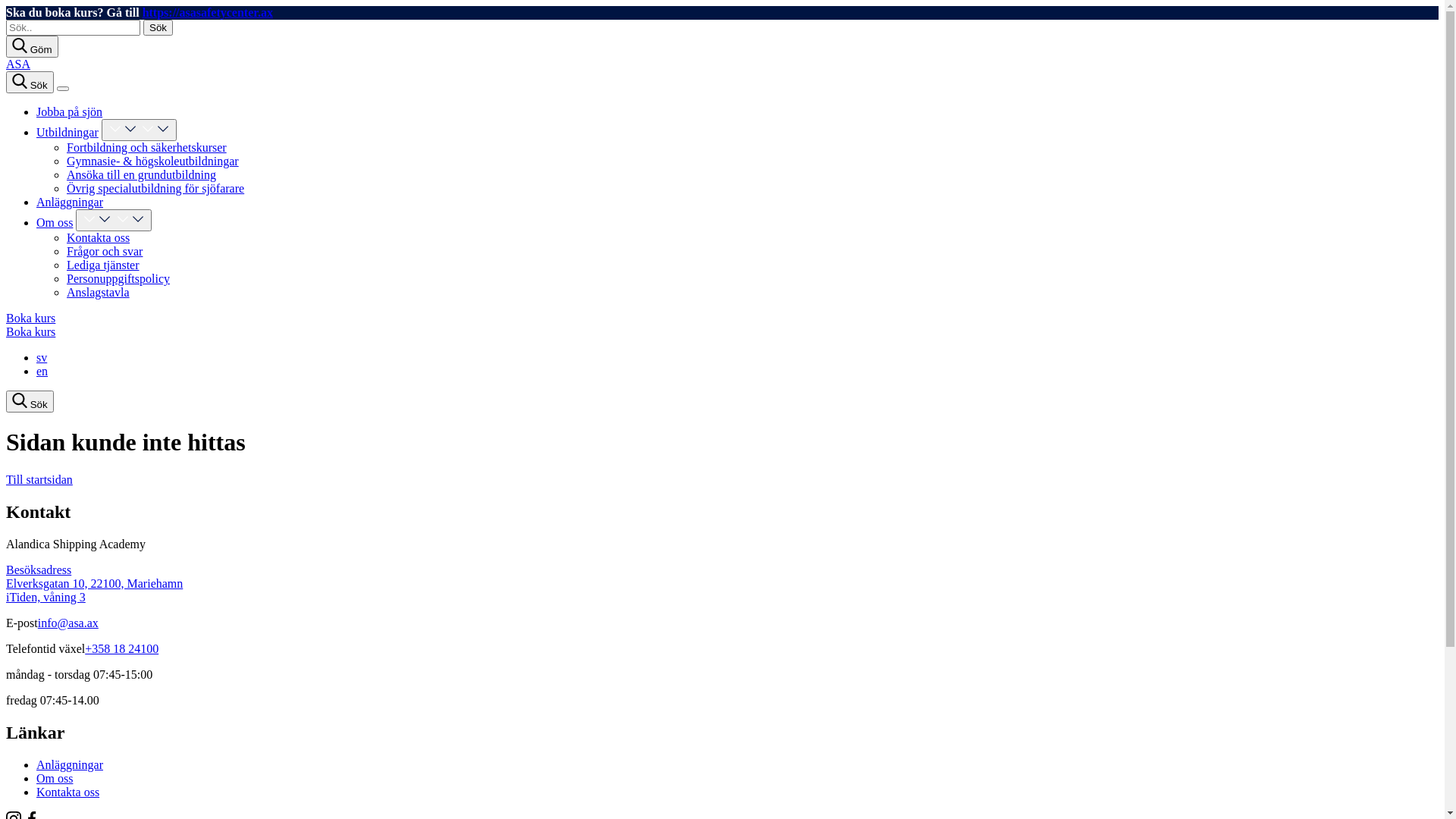 This screenshot has height=819, width=1456. What do you see at coordinates (39, 479) in the screenshot?
I see `'Till startsidan'` at bounding box center [39, 479].